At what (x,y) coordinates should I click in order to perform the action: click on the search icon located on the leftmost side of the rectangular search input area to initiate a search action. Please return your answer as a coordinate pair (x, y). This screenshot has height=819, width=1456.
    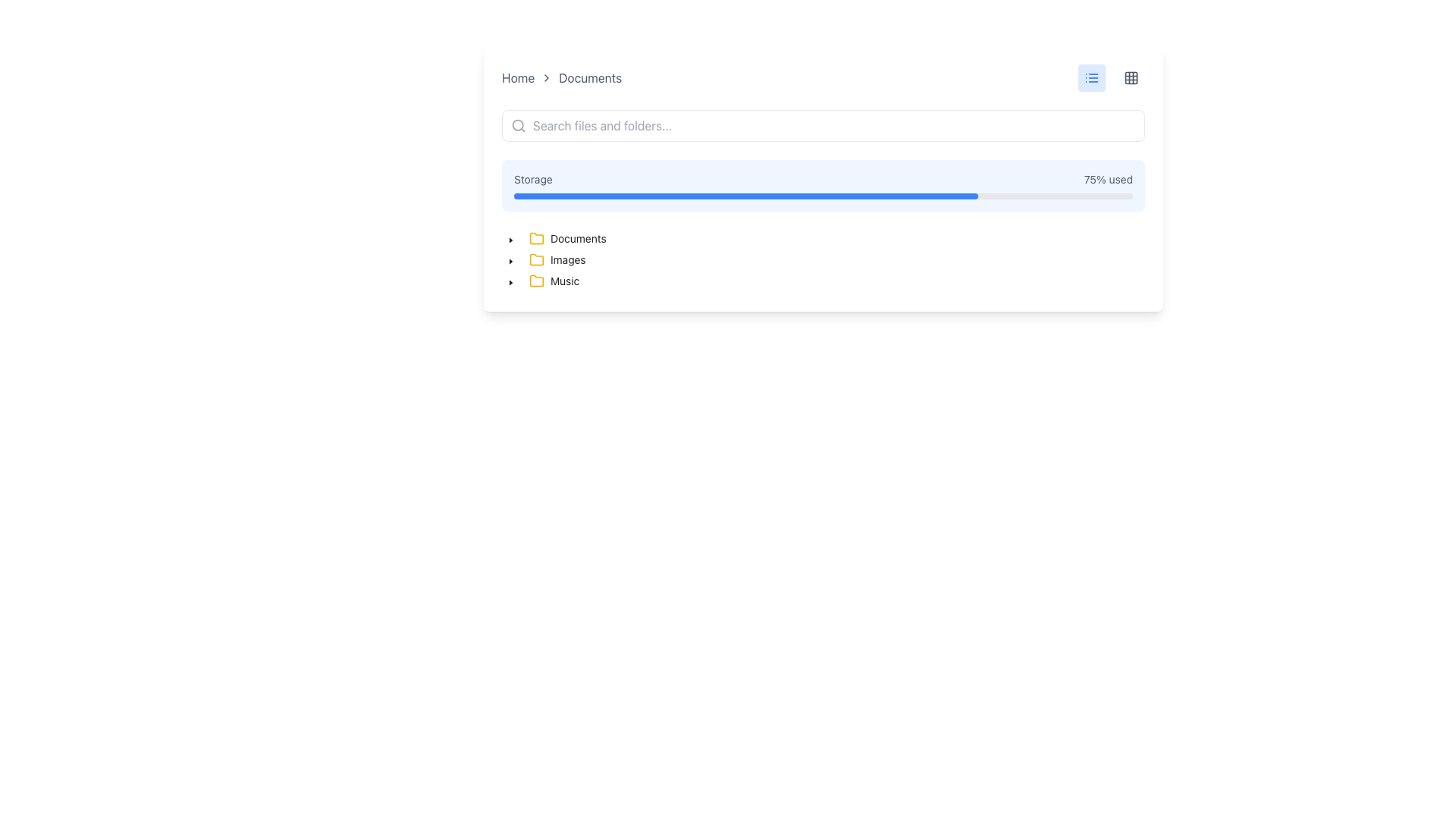
    Looking at the image, I should click on (519, 124).